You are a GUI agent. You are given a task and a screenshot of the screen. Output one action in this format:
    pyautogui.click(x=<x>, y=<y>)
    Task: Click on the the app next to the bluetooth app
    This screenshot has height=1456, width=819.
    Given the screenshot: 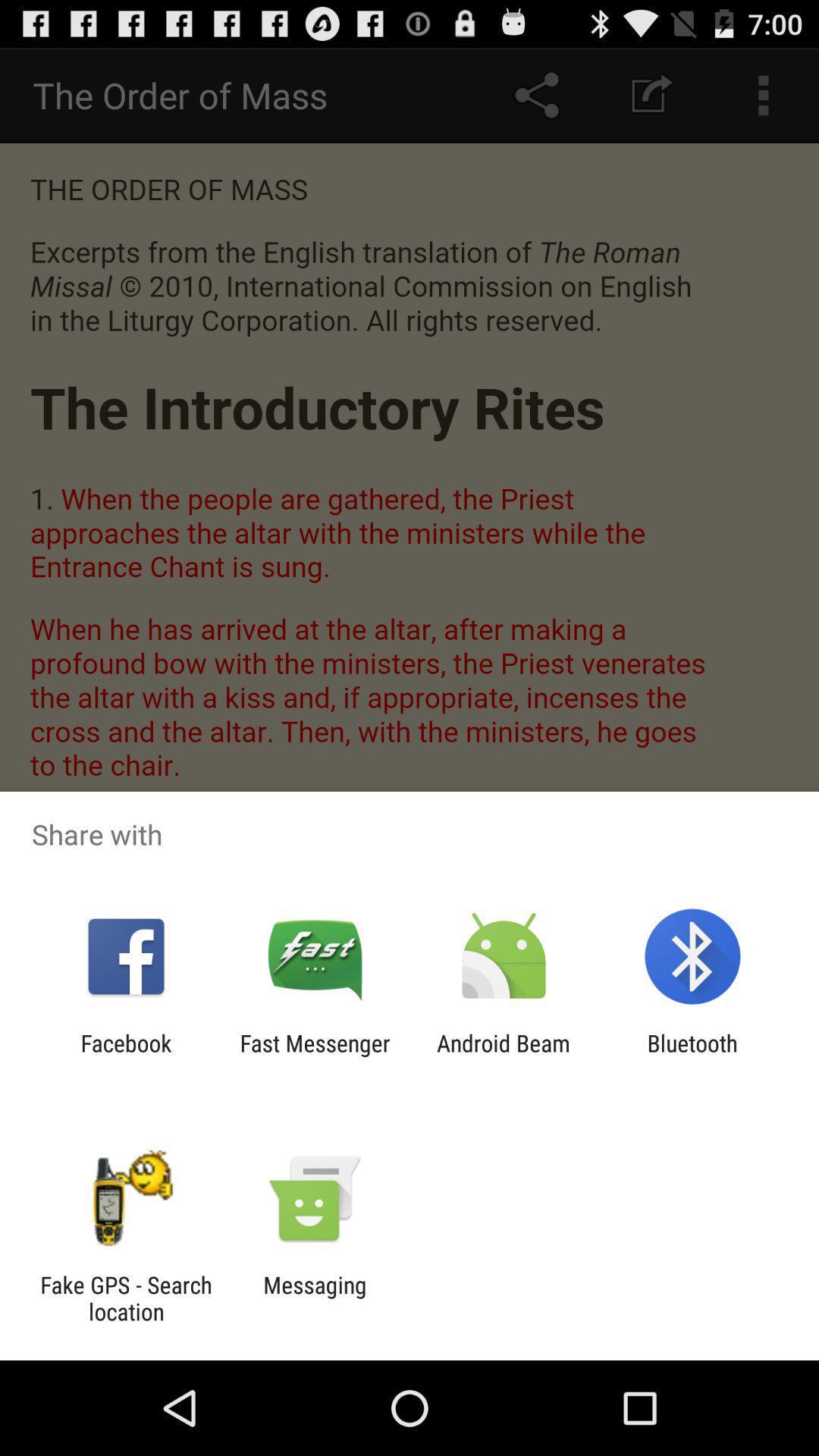 What is the action you would take?
    pyautogui.click(x=504, y=1056)
    